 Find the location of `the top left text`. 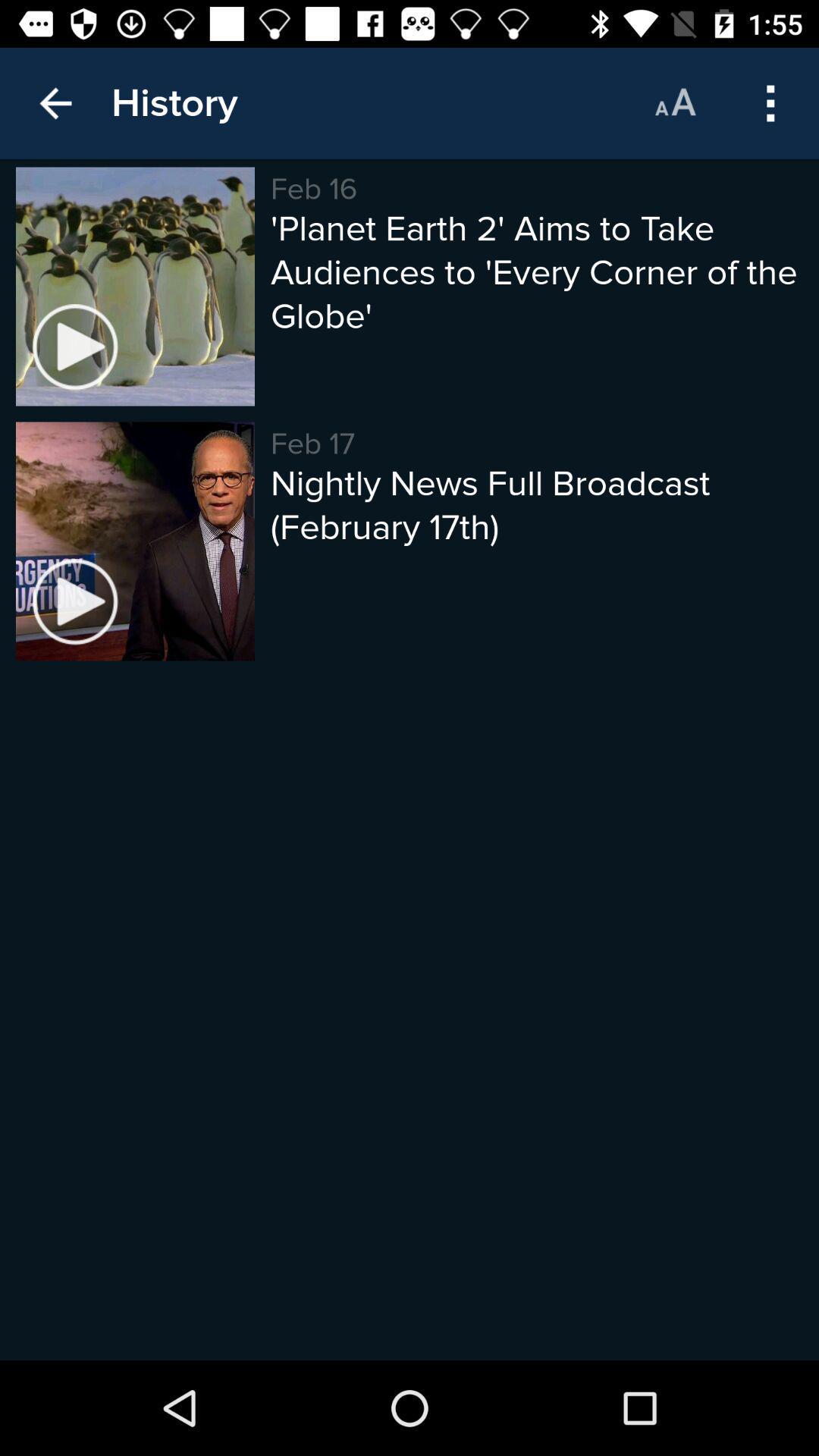

the top left text is located at coordinates (174, 102).